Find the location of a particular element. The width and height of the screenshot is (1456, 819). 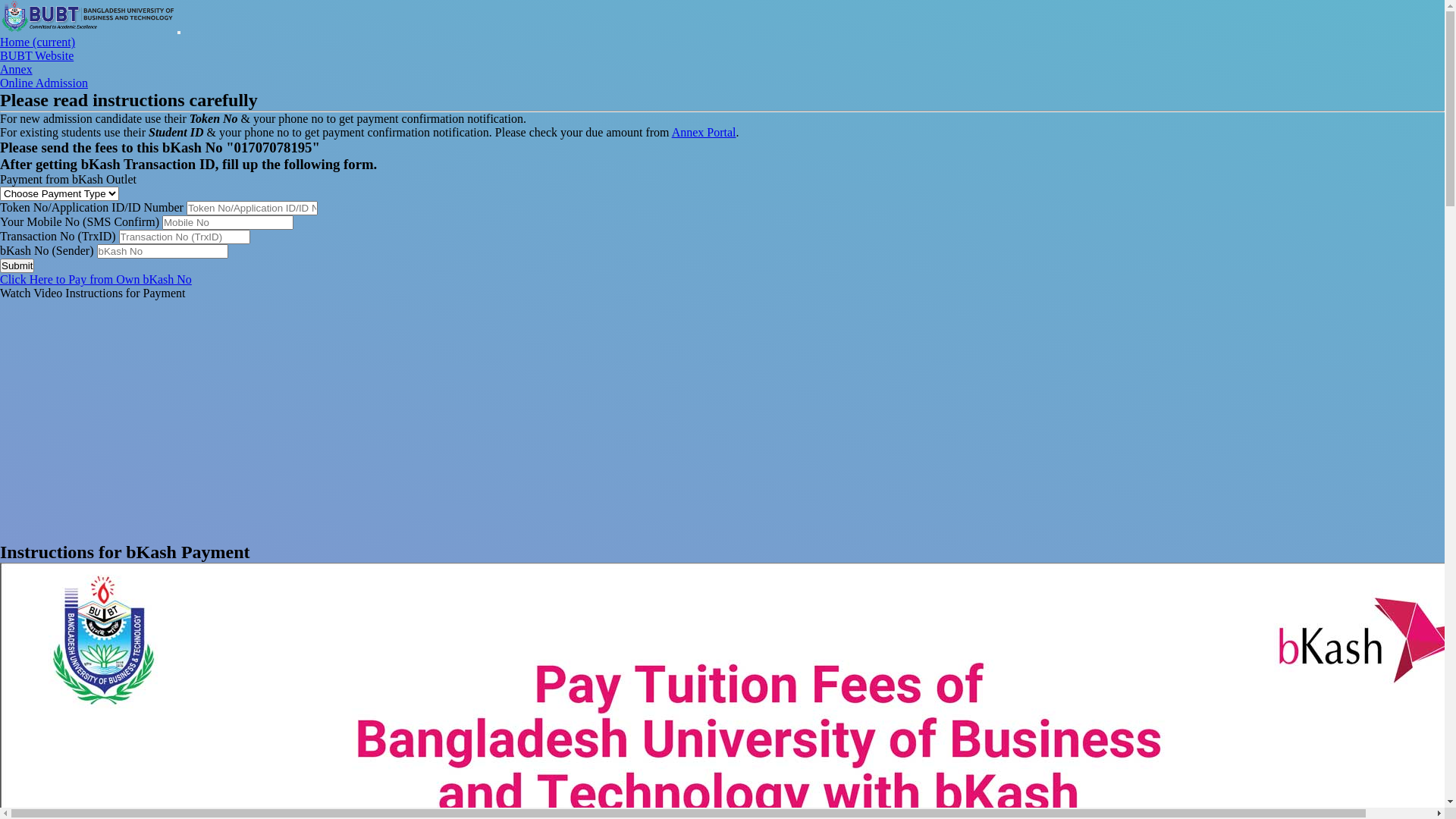

'Click Here to Pay from Own bKash No' is located at coordinates (95, 279).